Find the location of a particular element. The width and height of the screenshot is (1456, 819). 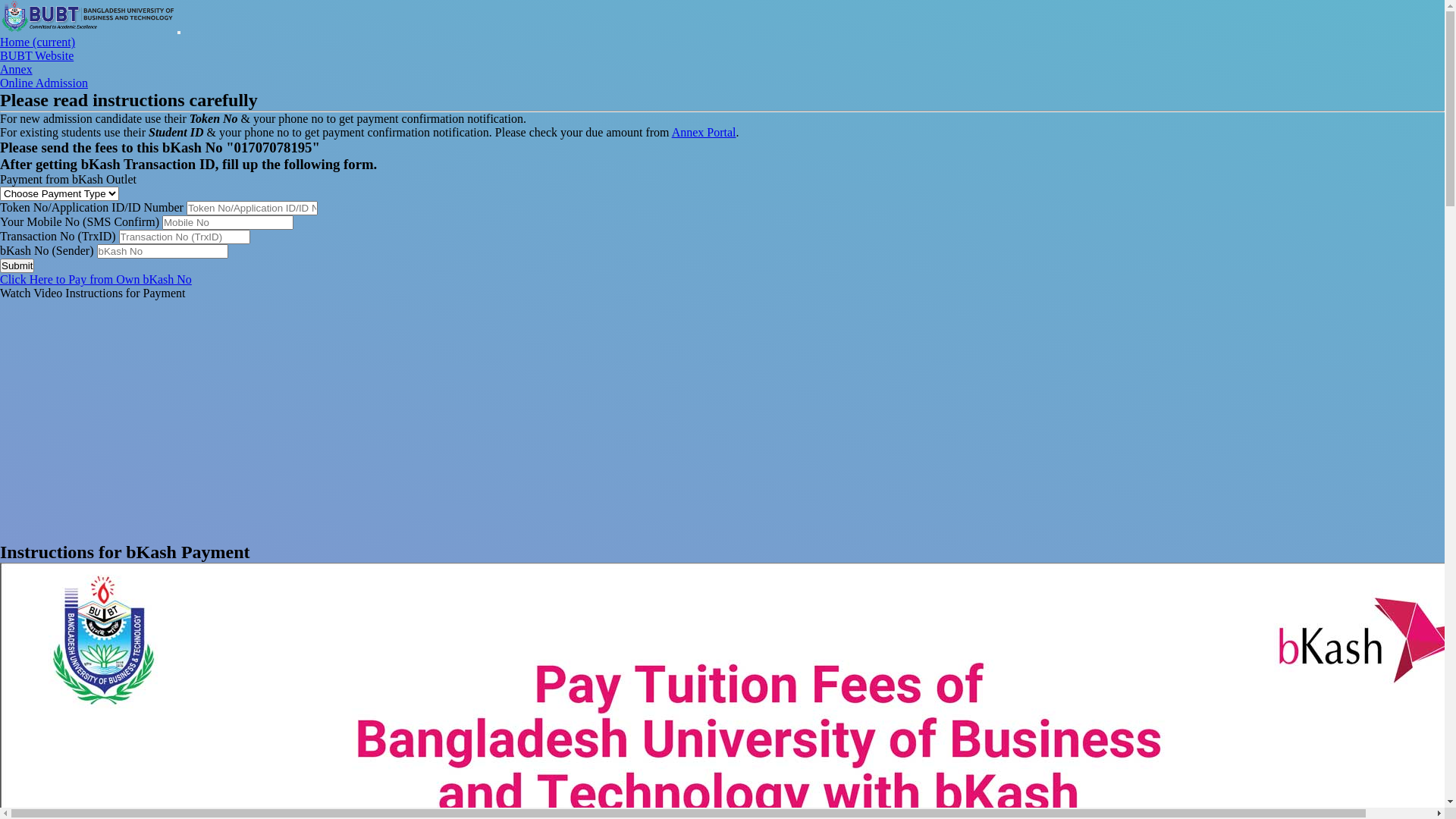

'Click Here to Pay from Own bKash No' is located at coordinates (95, 279).